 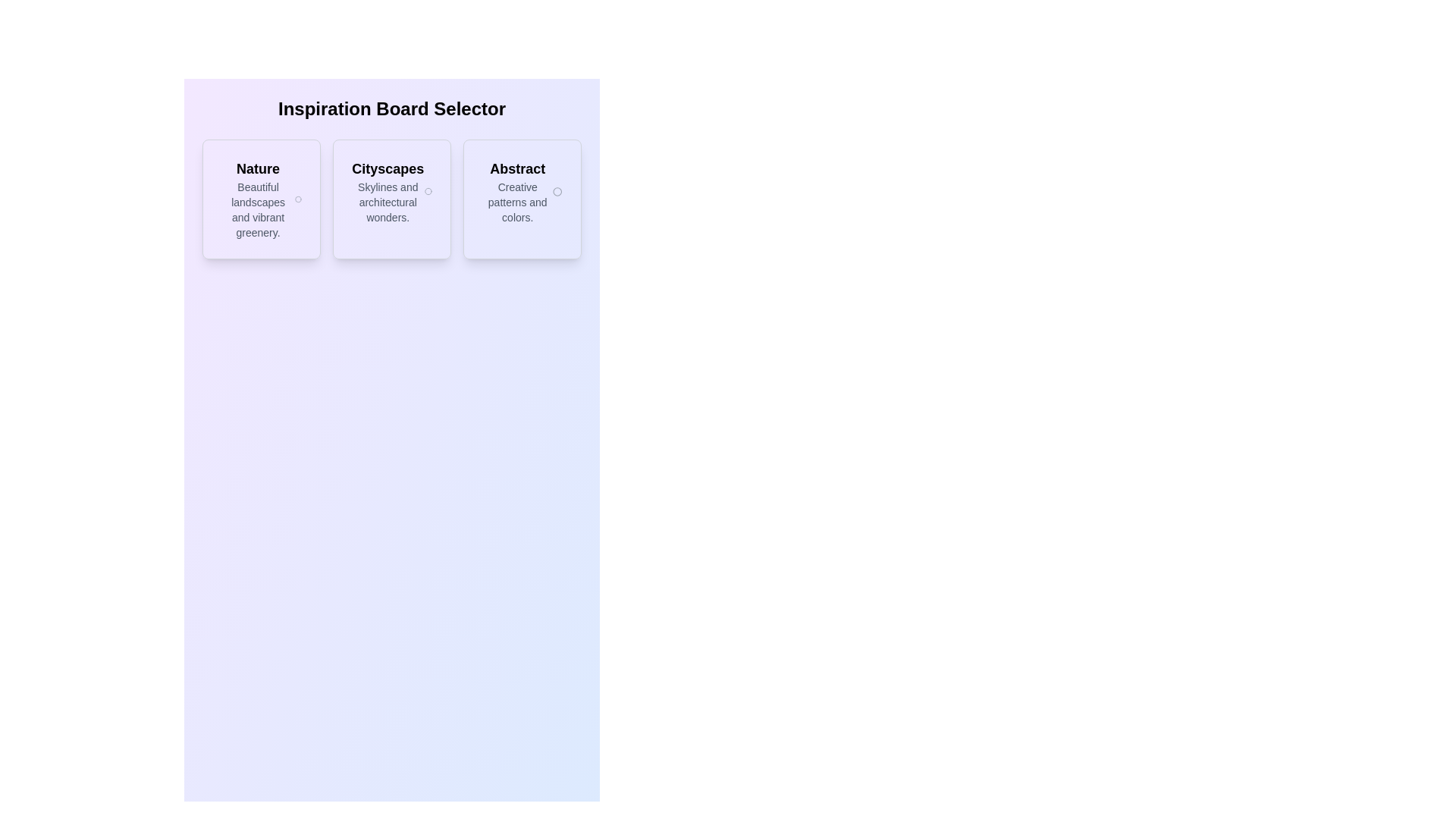 What do you see at coordinates (427, 191) in the screenshot?
I see `the radio button located in the middle card labeled 'Cityscapes' within the 'Inspiration Board Selector'` at bounding box center [427, 191].